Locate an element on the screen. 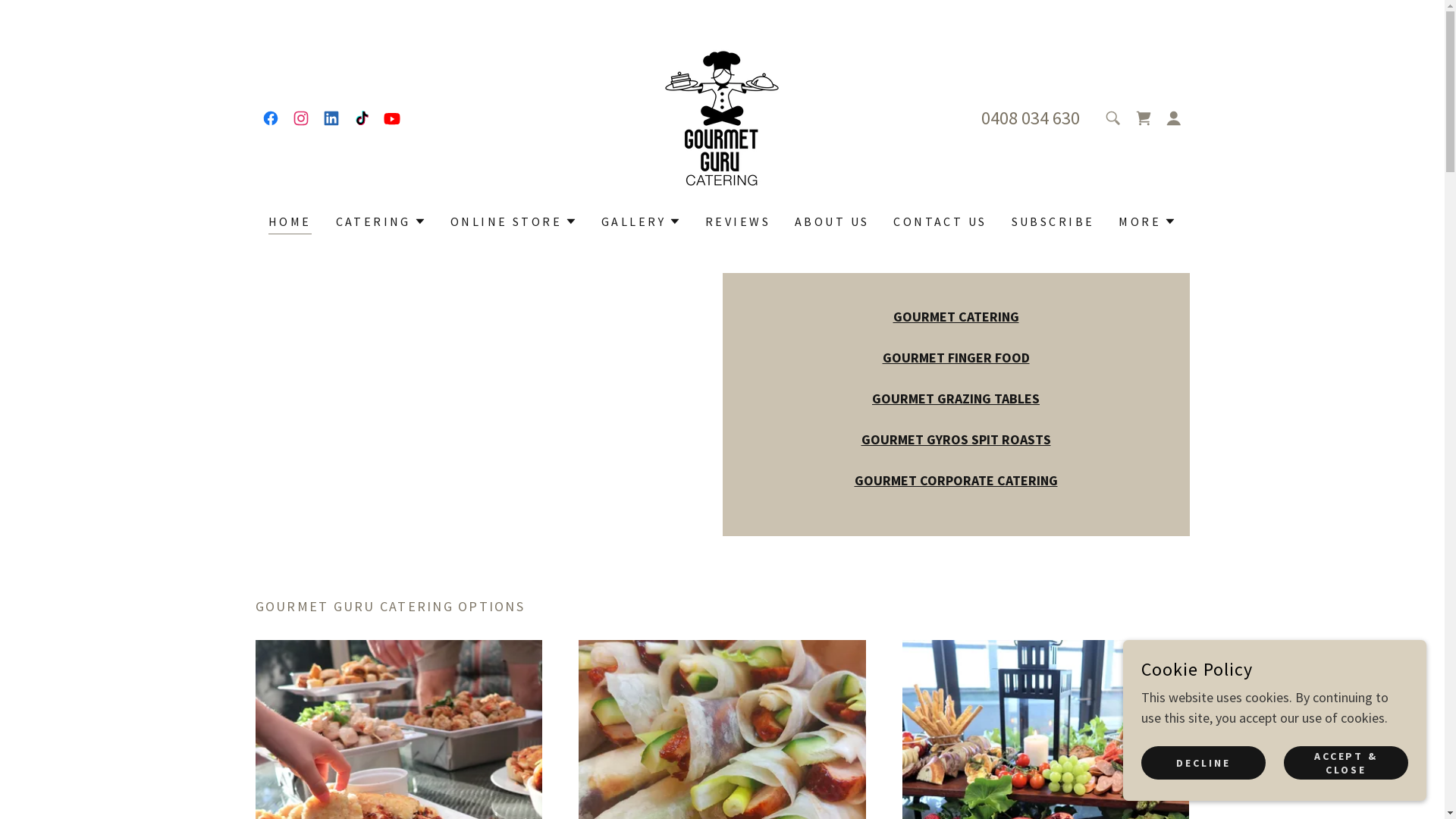  'Gourmet Guru' is located at coordinates (720, 115).